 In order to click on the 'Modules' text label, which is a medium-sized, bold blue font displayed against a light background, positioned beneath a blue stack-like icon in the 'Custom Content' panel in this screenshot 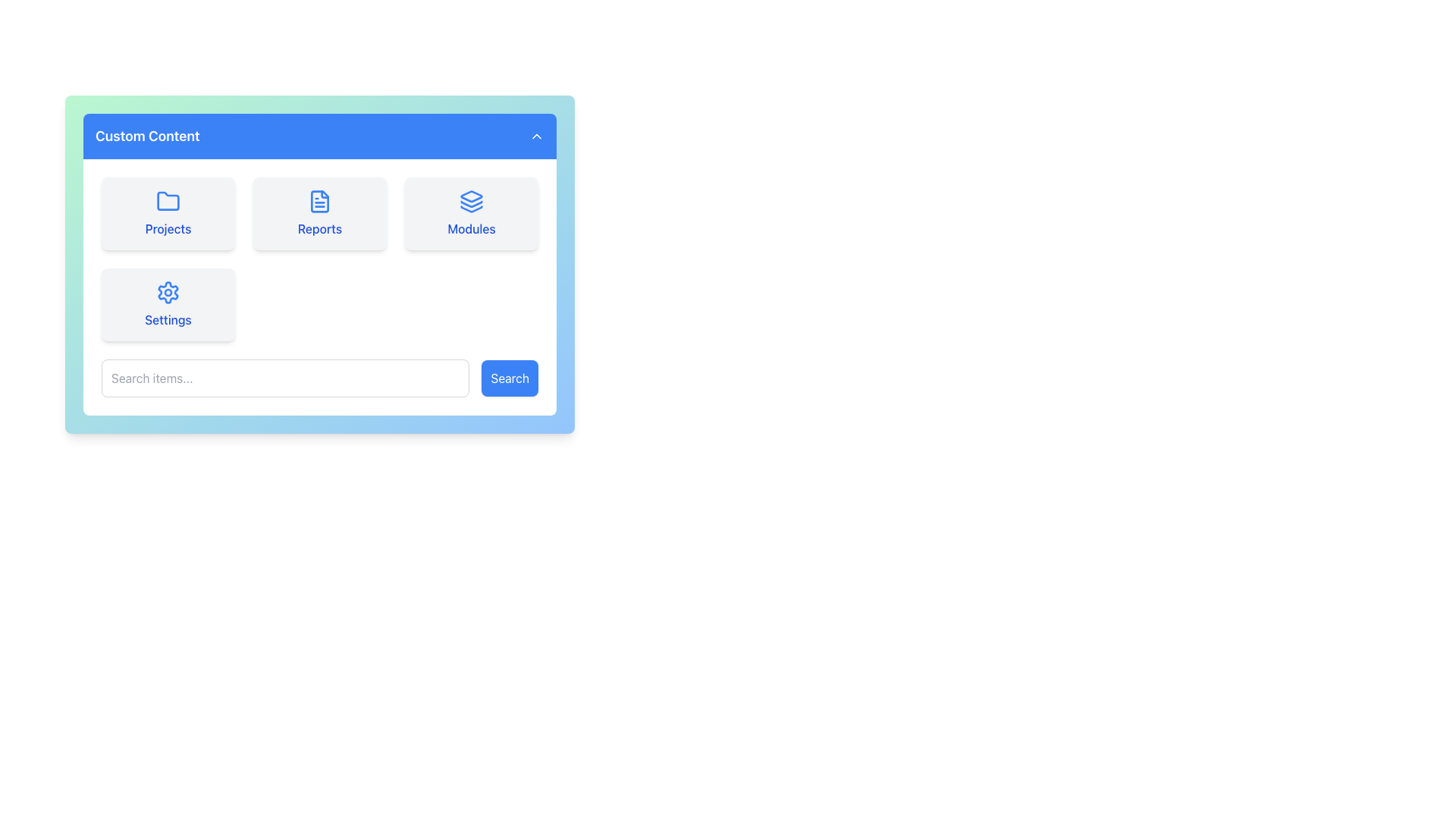, I will do `click(471, 228)`.